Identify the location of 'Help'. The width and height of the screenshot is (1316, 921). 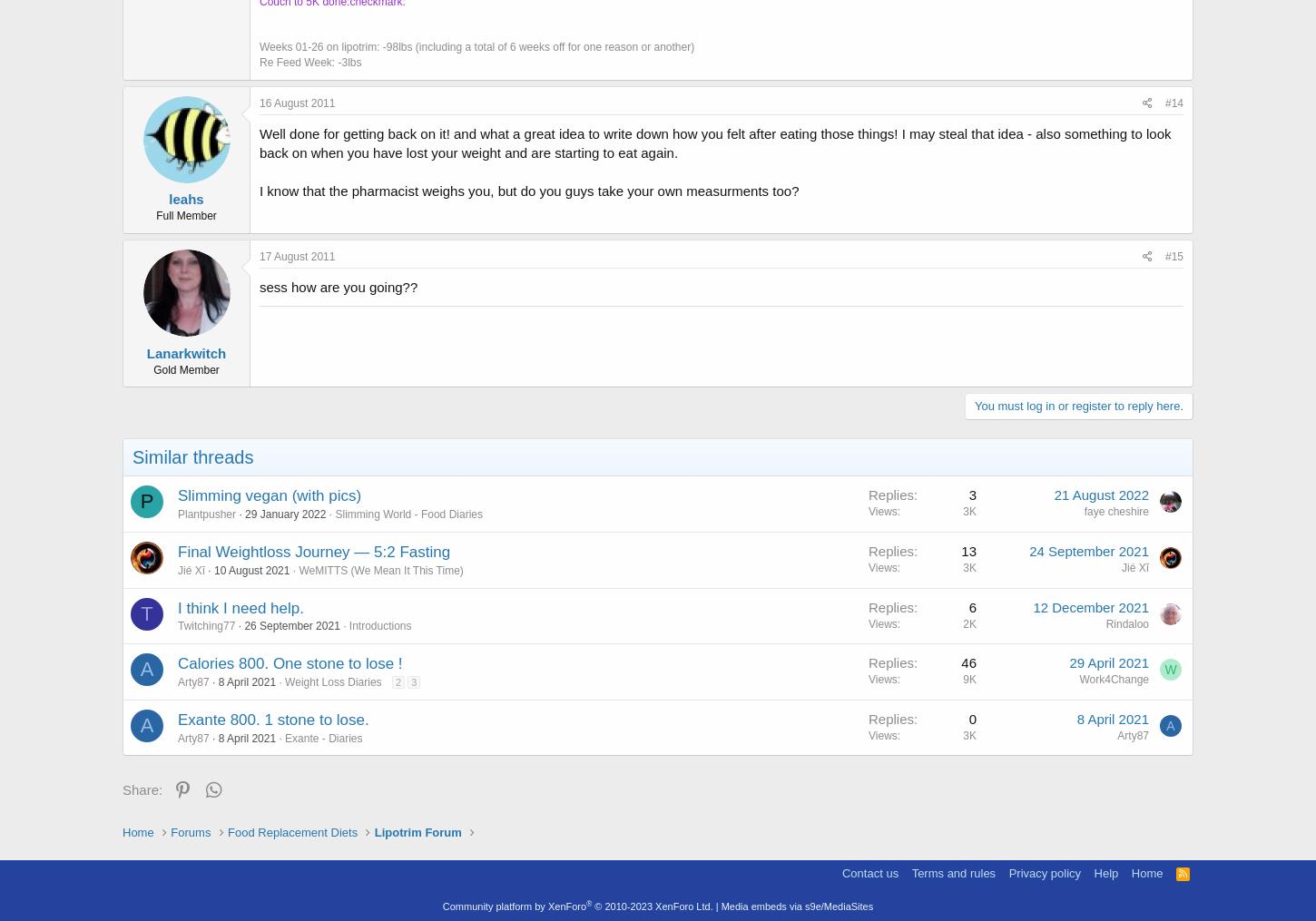
(1105, 872).